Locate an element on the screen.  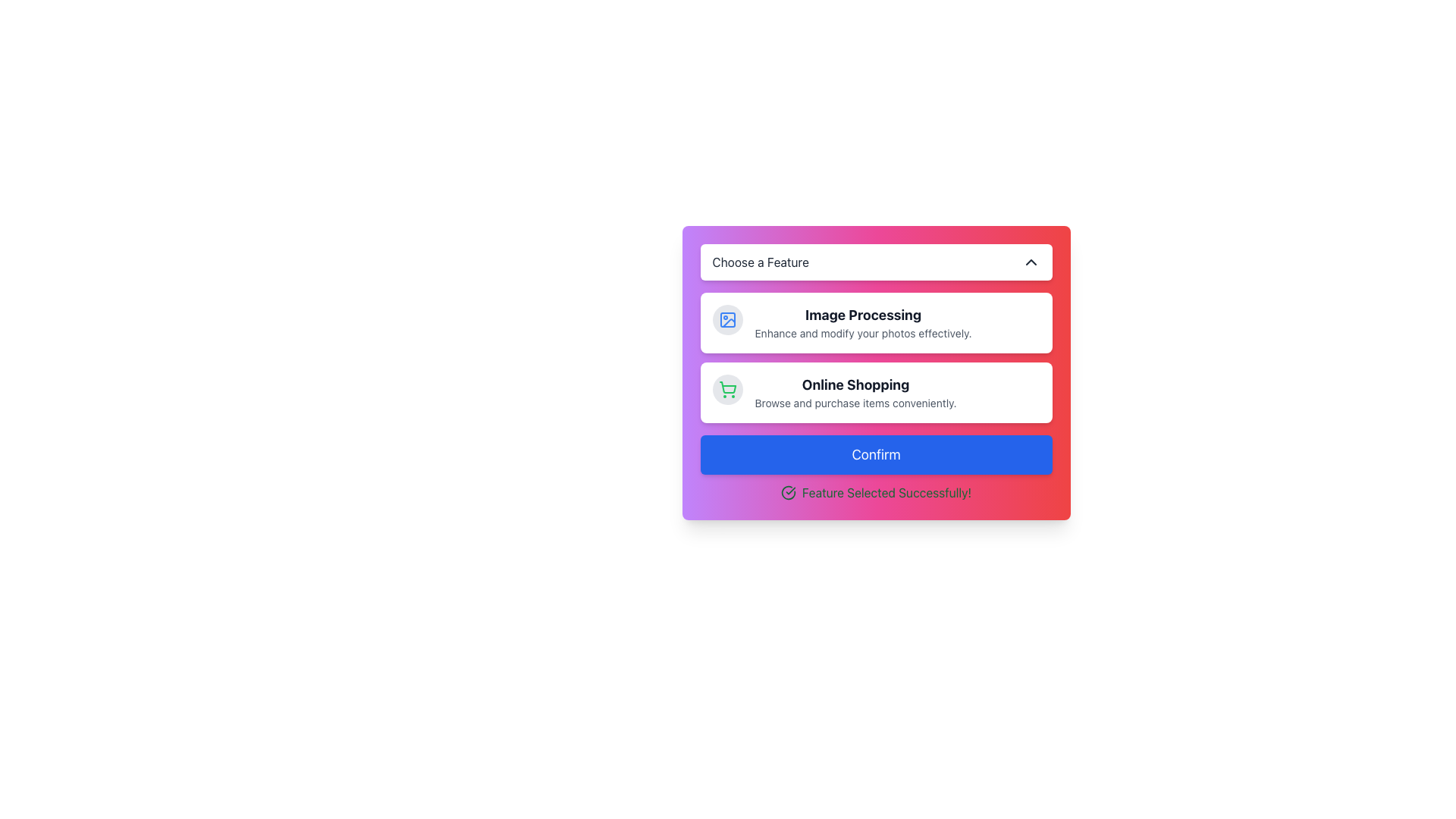
the green shopping cart's main compartment icon, which is part of the overall shopping cart icon located in the bottom-right corner of the interface is located at coordinates (726, 387).